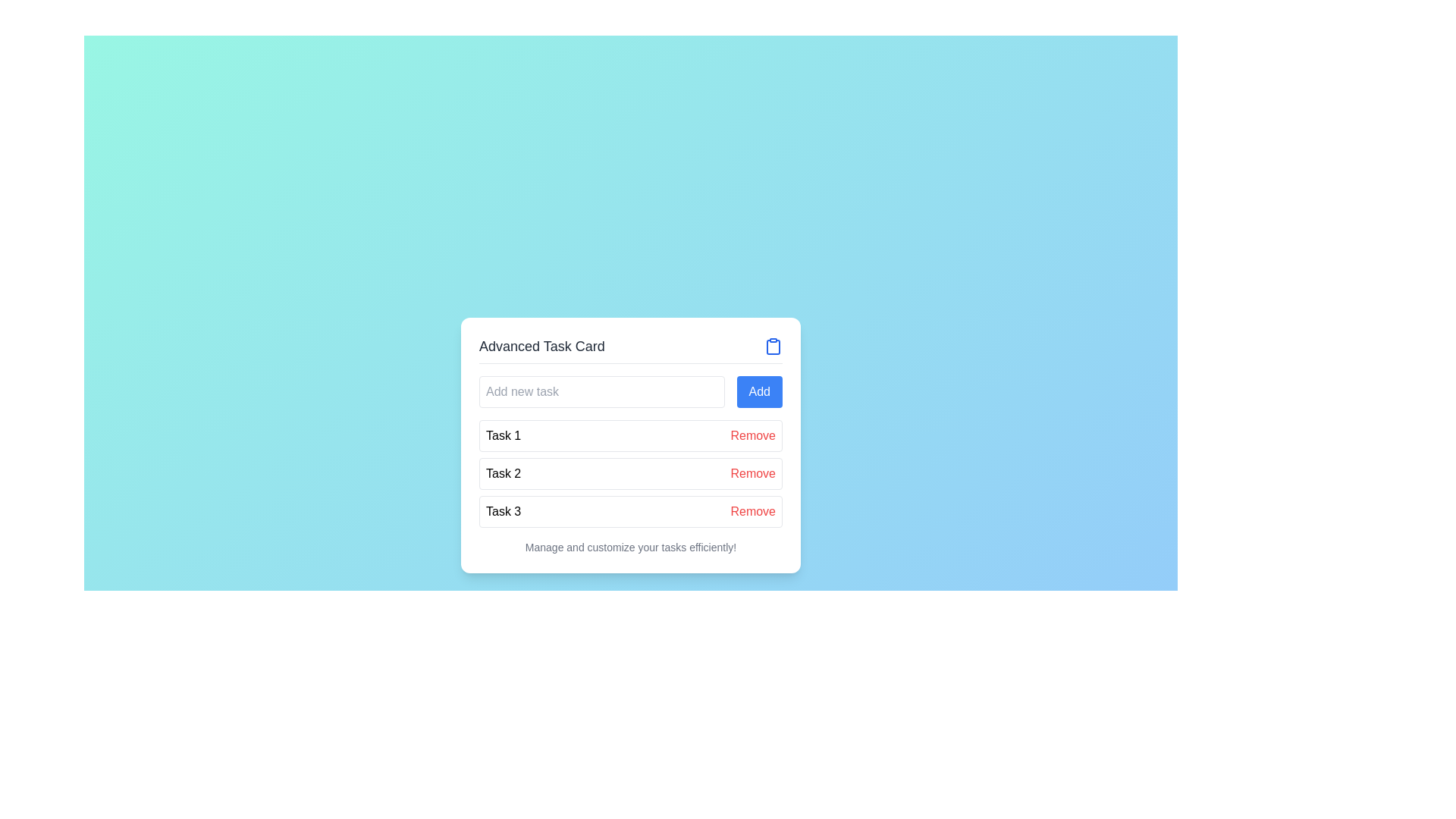 This screenshot has width=1456, height=819. I want to click on the static text label identifying the first task in the list, located to the left of the 'Remove' button and beneath the 'Add new task' input field, so click(504, 435).